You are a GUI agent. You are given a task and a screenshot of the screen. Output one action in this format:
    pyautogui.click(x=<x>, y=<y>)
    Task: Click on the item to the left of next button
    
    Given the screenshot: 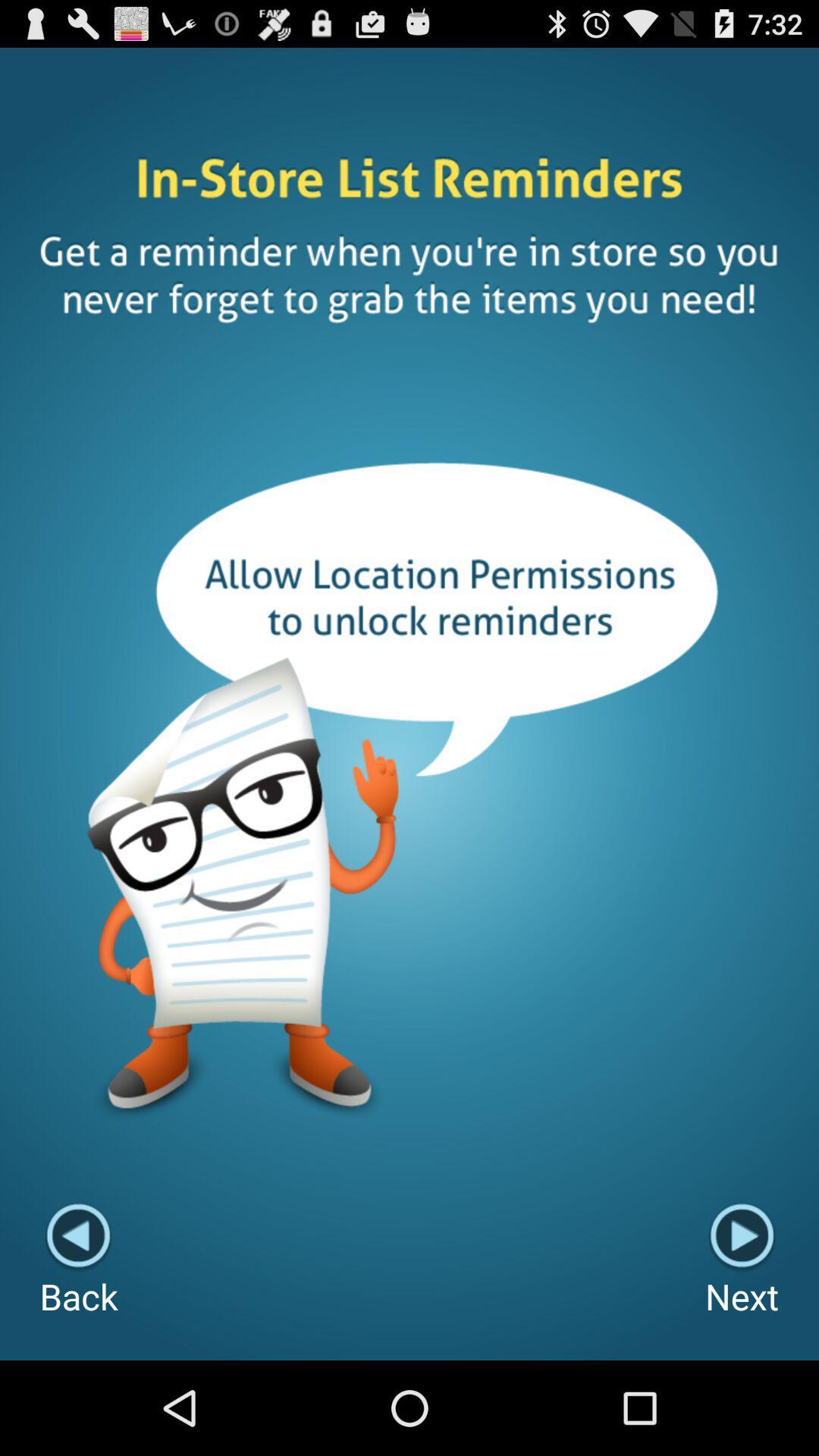 What is the action you would take?
    pyautogui.click(x=79, y=1261)
    